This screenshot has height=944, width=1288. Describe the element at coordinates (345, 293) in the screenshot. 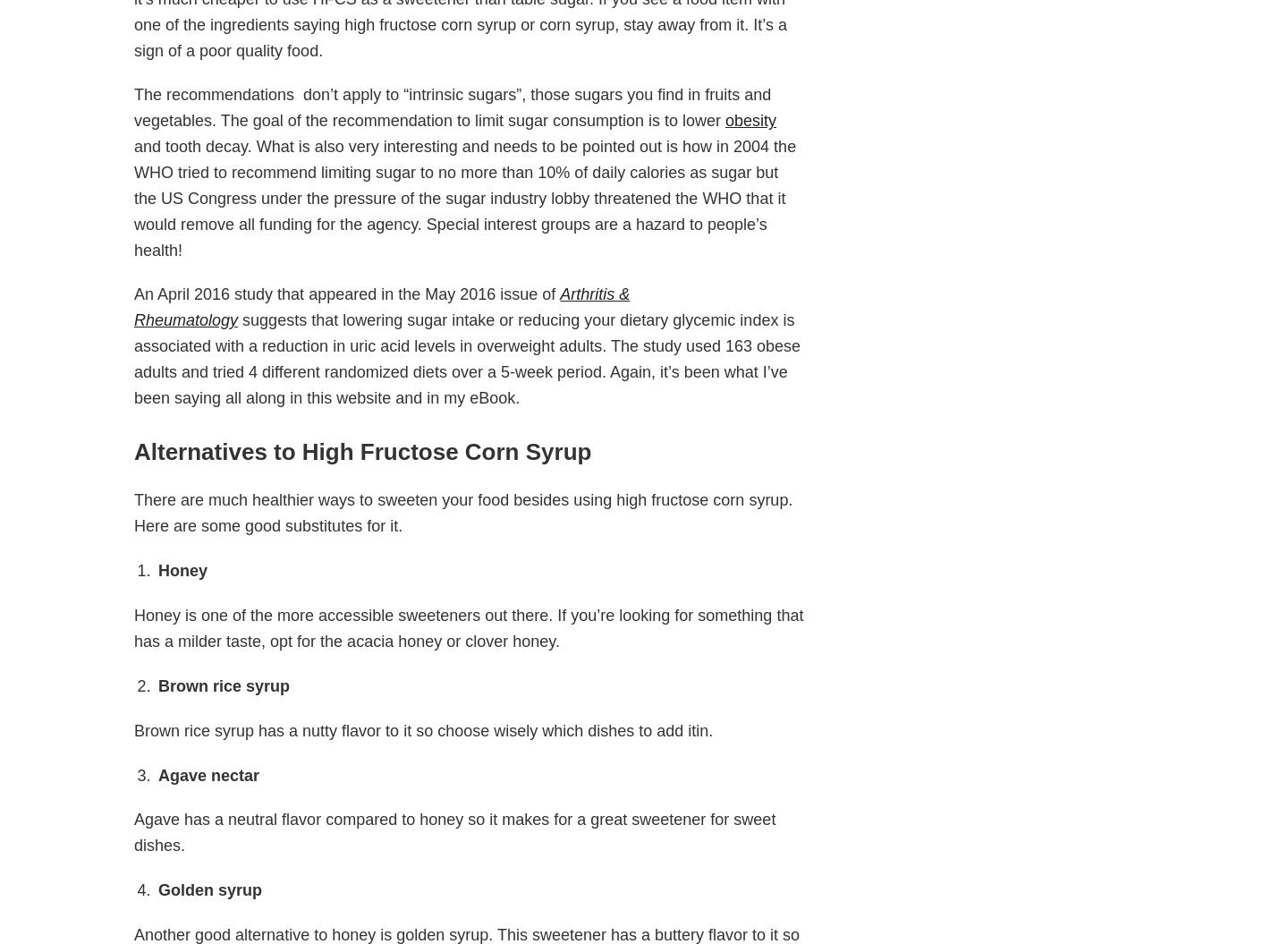

I see `'An April 2016 study that appeared in the May 2016 issue of'` at that location.